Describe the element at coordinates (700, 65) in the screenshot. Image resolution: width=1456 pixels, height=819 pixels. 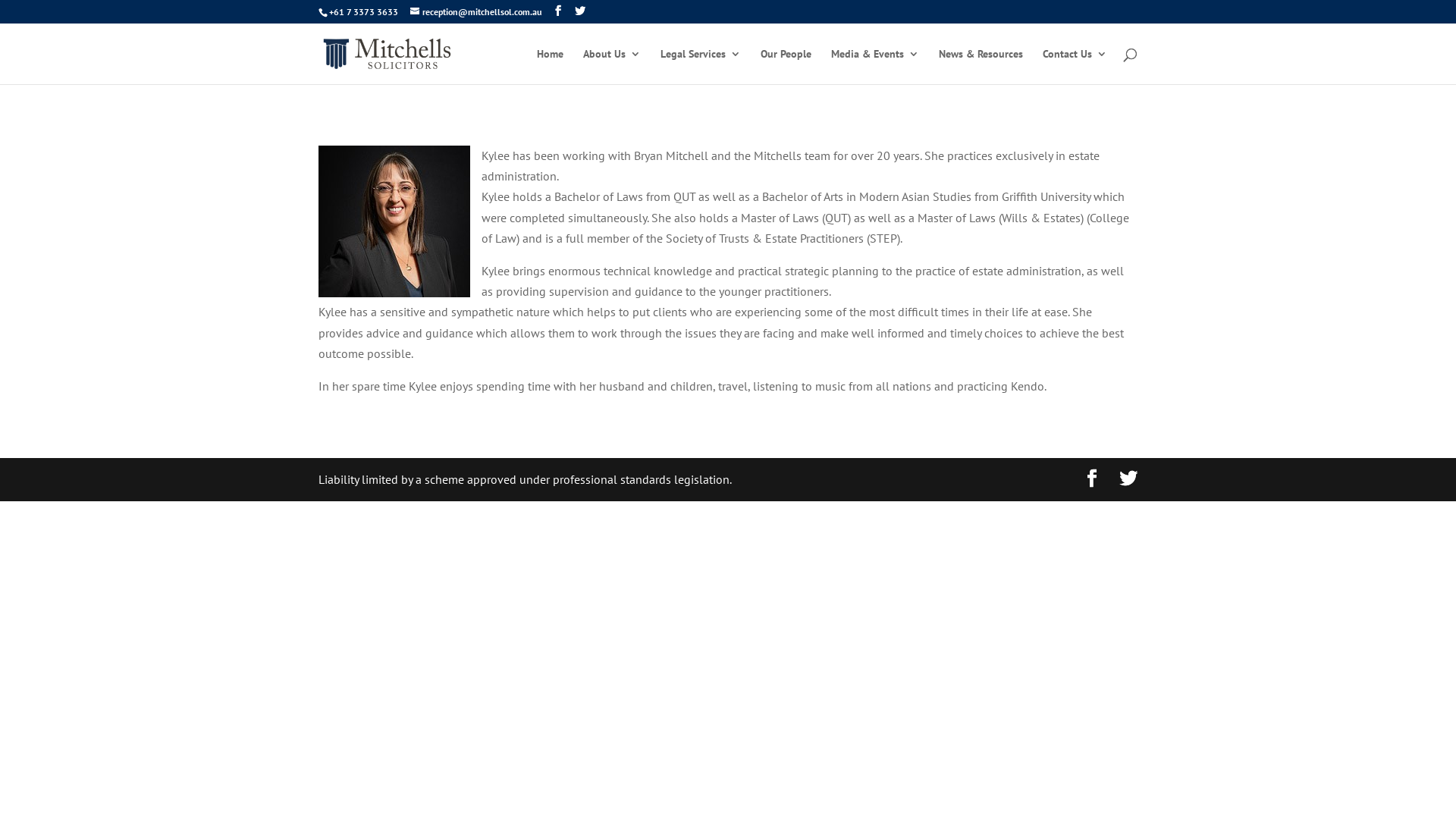
I see `'Legal Services'` at that location.